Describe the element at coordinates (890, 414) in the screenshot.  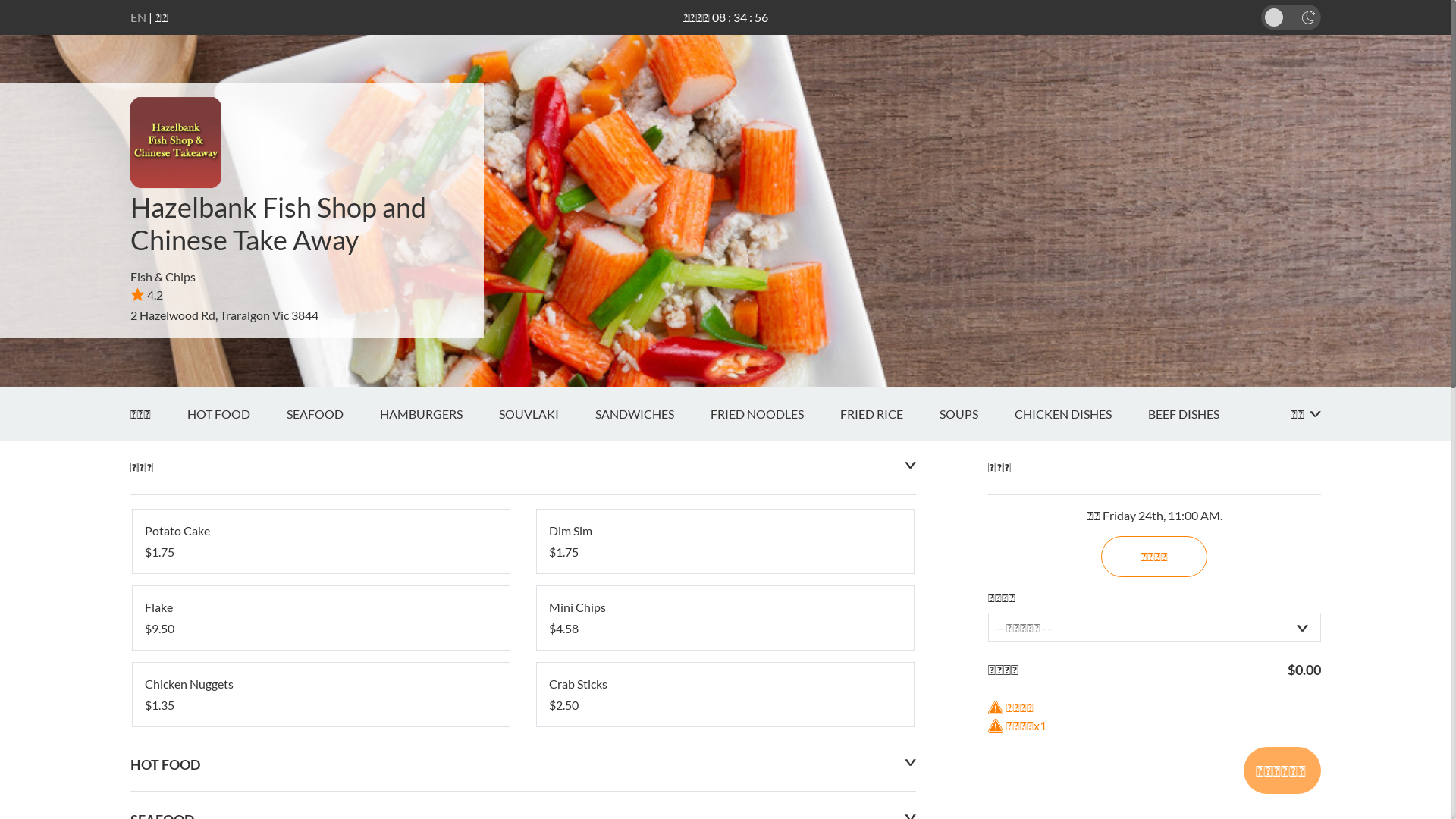
I see `'FRIED RICE'` at that location.